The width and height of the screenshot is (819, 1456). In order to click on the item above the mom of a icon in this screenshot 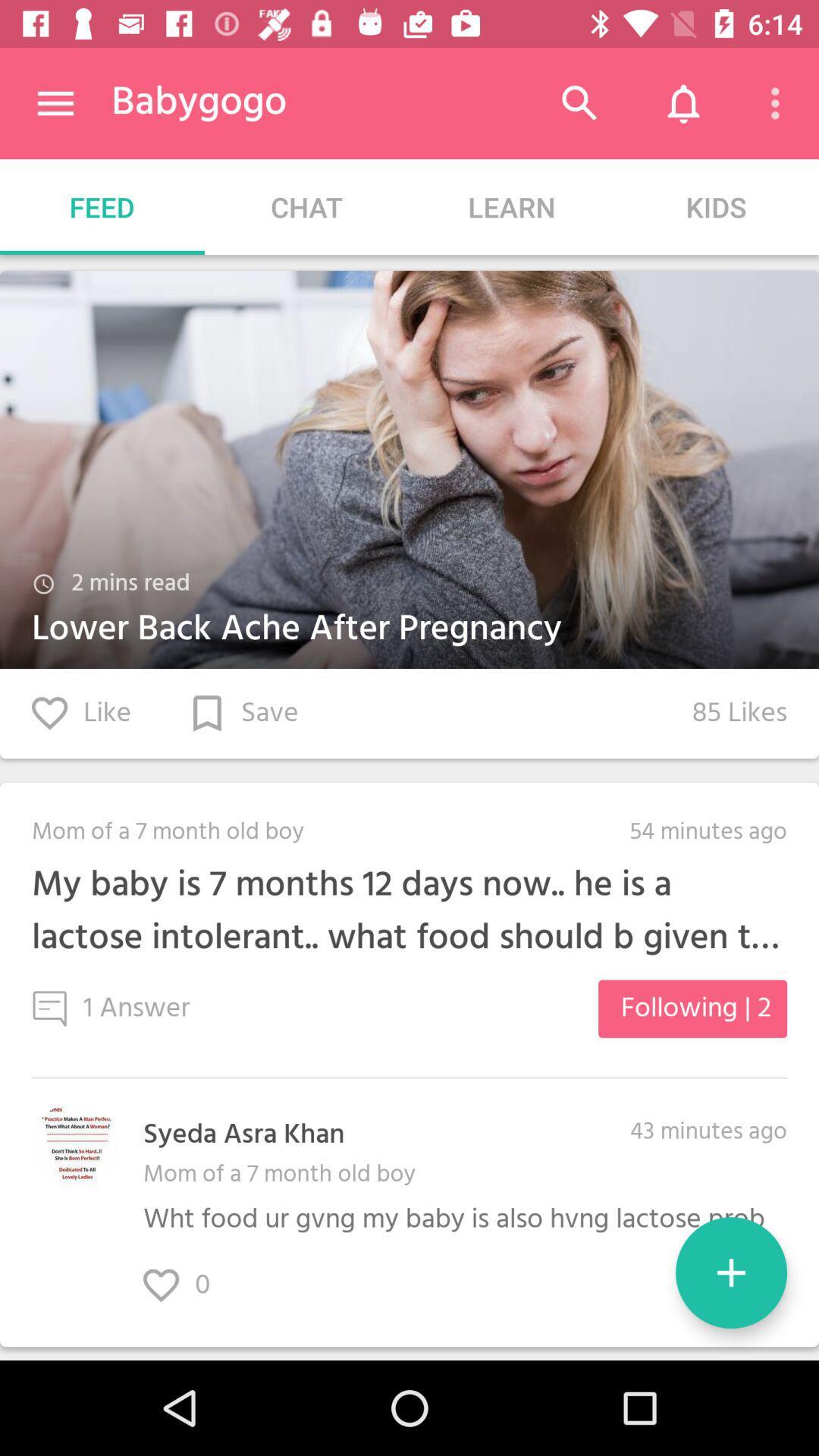, I will do `click(243, 1135)`.